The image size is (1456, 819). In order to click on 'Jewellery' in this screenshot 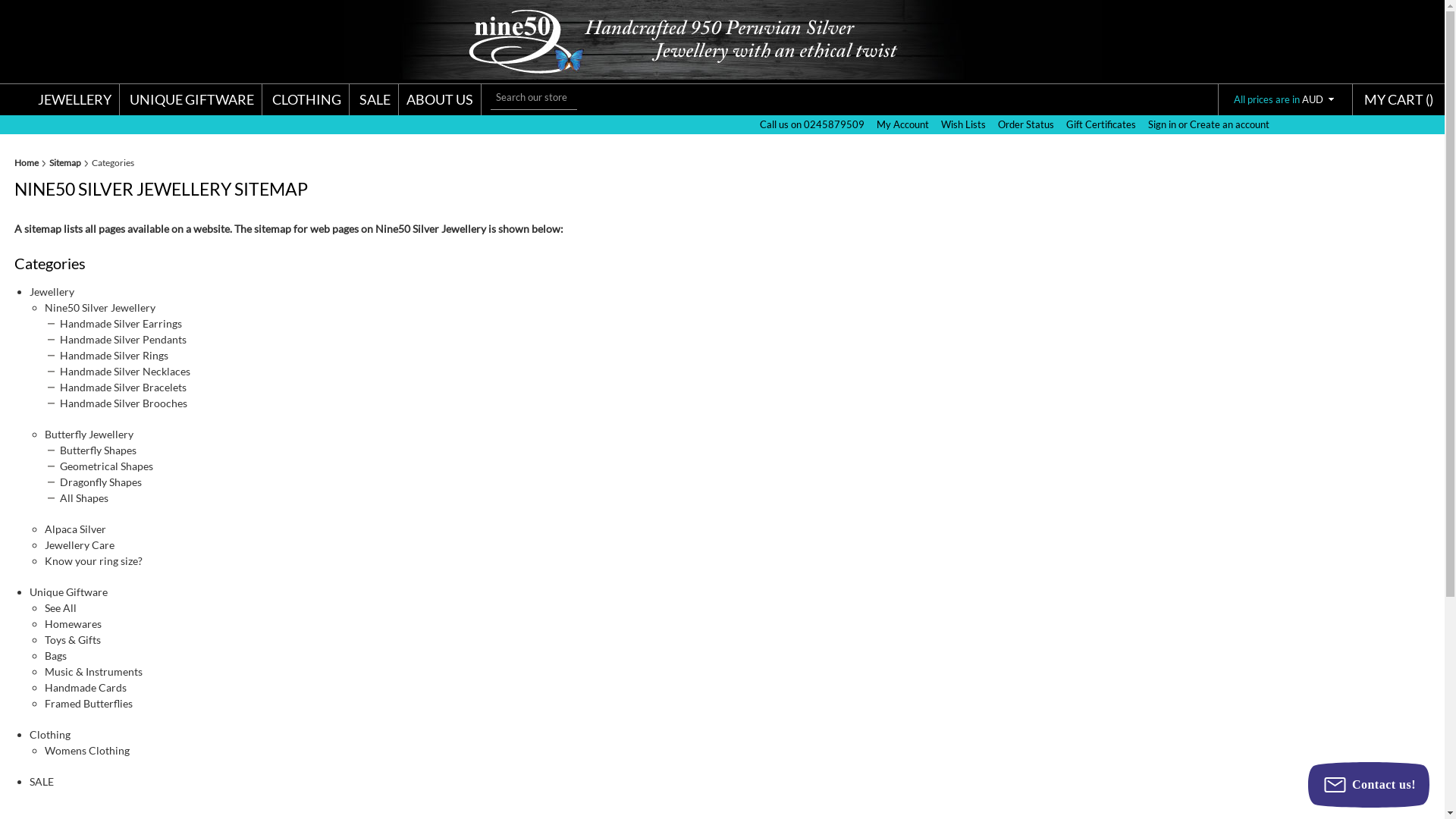, I will do `click(52, 291)`.